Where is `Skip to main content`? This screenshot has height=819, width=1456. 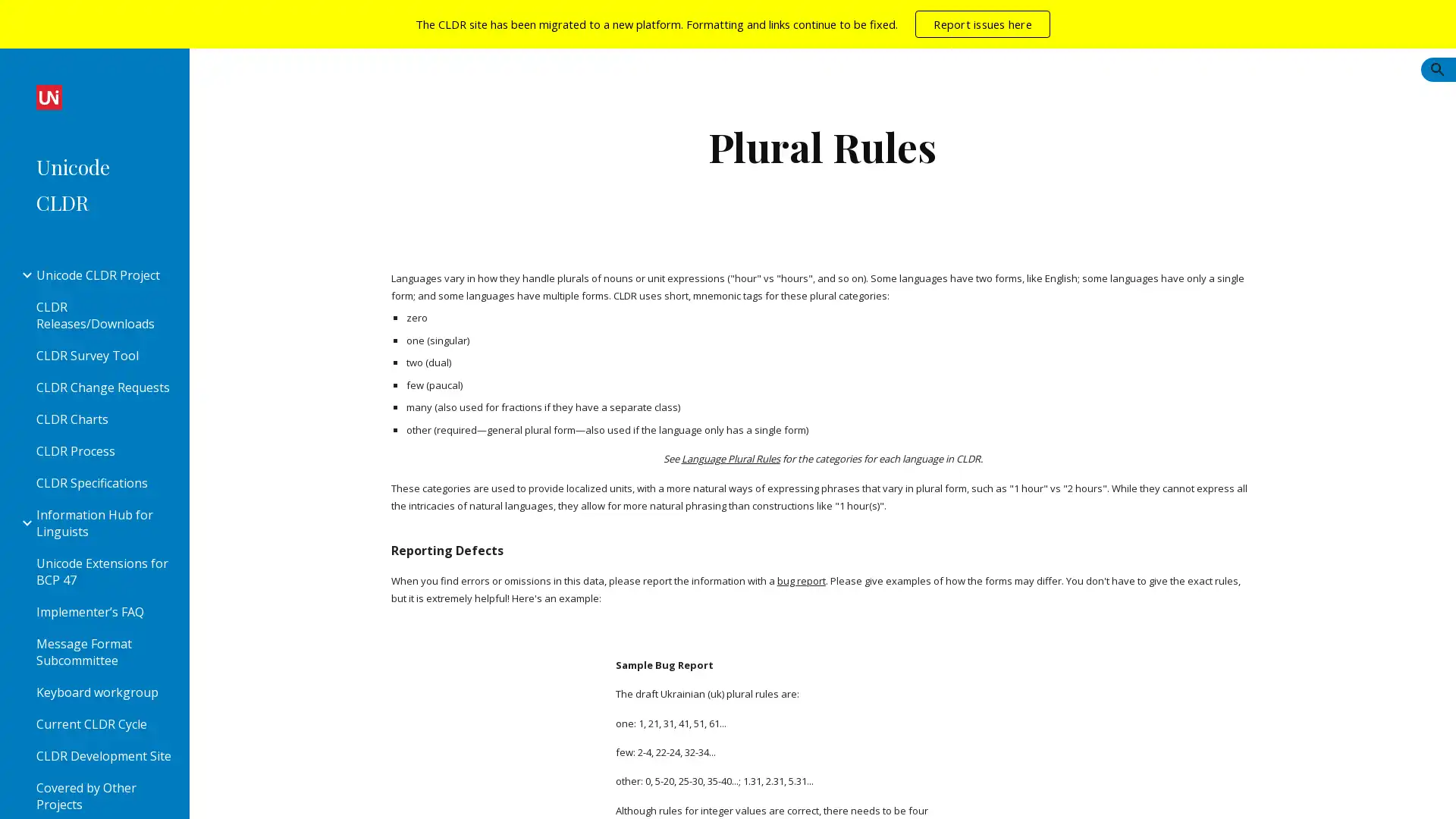
Skip to main content is located at coordinates (597, 28).